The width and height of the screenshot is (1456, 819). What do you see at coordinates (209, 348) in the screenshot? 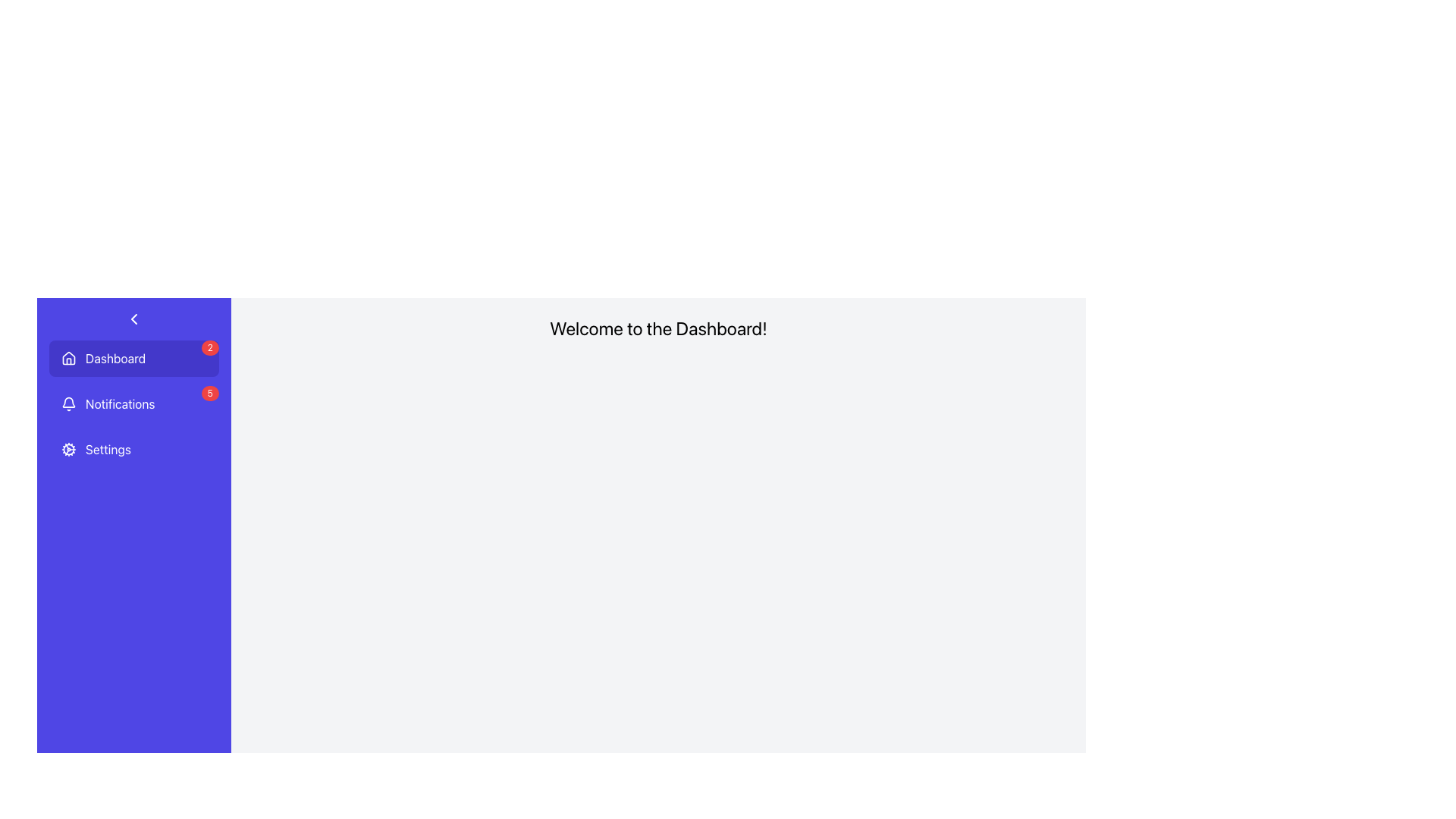
I see `the notification count displayed on the red circular badge with the digit '2' located at the top-right corner of the 'Dashboard' menu item in the sidebar` at bounding box center [209, 348].